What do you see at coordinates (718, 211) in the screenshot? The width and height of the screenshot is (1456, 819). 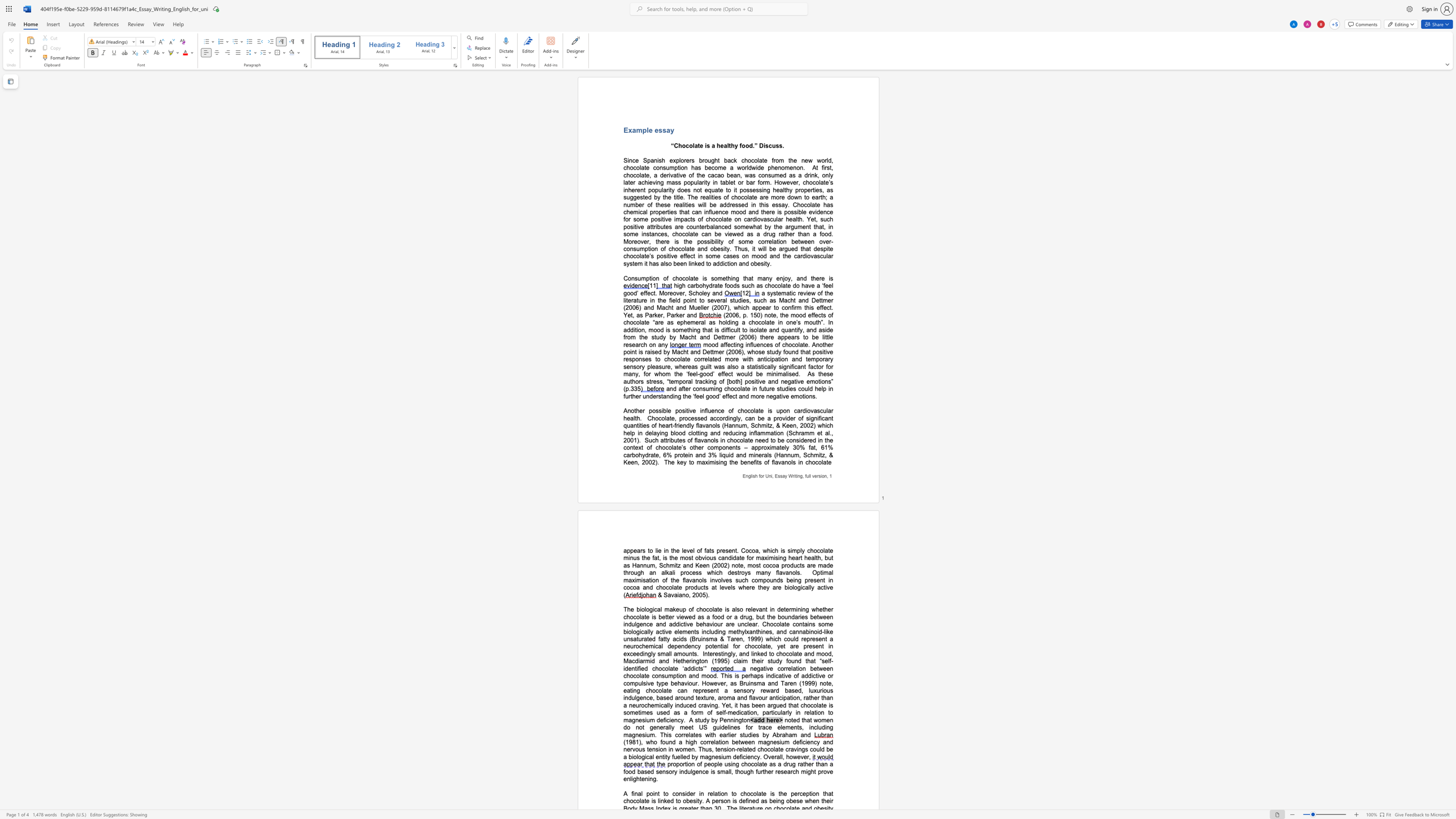 I see `the space between the continuous character "e" and "n" in the text` at bounding box center [718, 211].